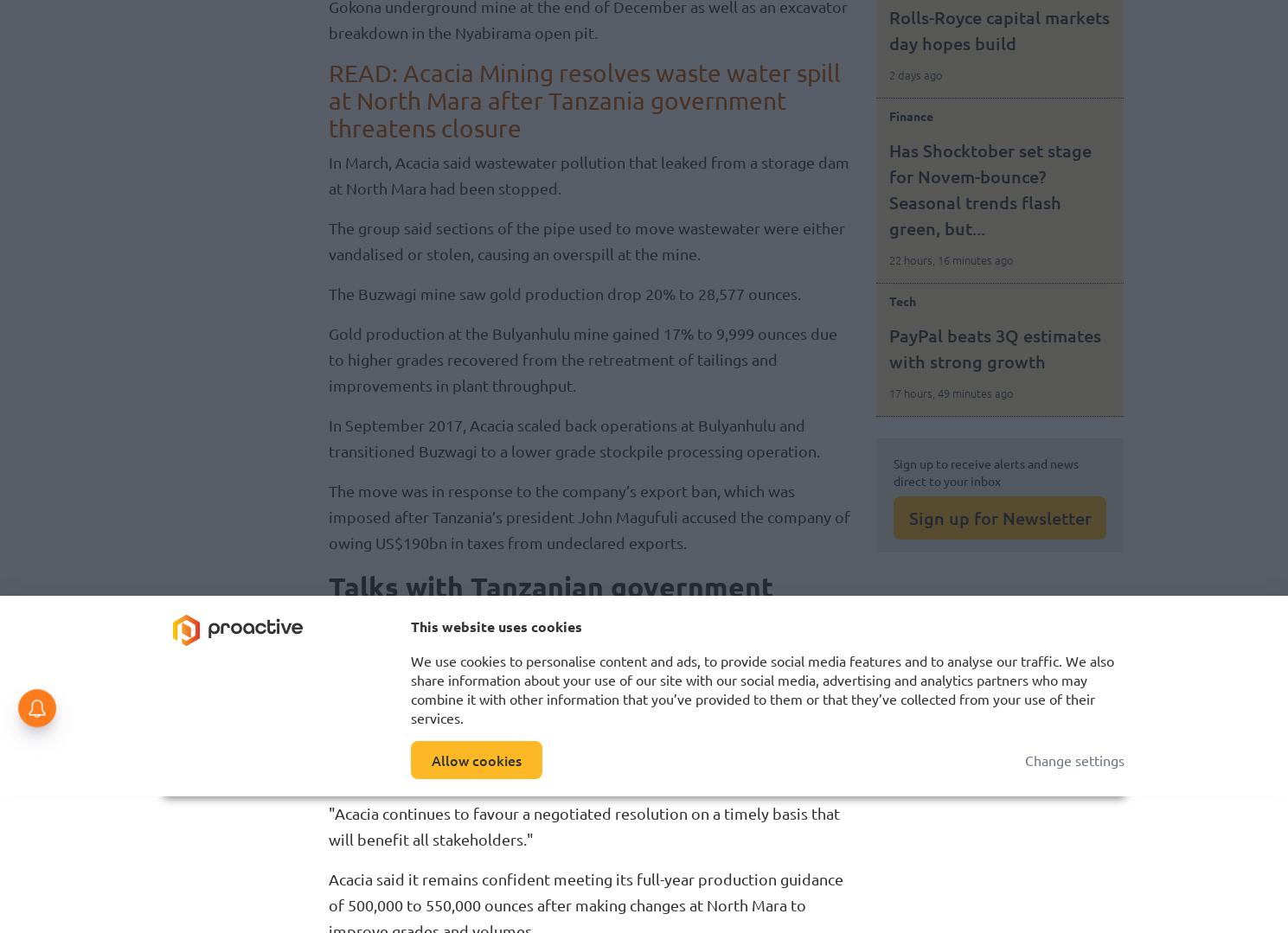 The width and height of the screenshot is (1288, 933). Describe the element at coordinates (939, 770) in the screenshot. I see `'Prev article'` at that location.